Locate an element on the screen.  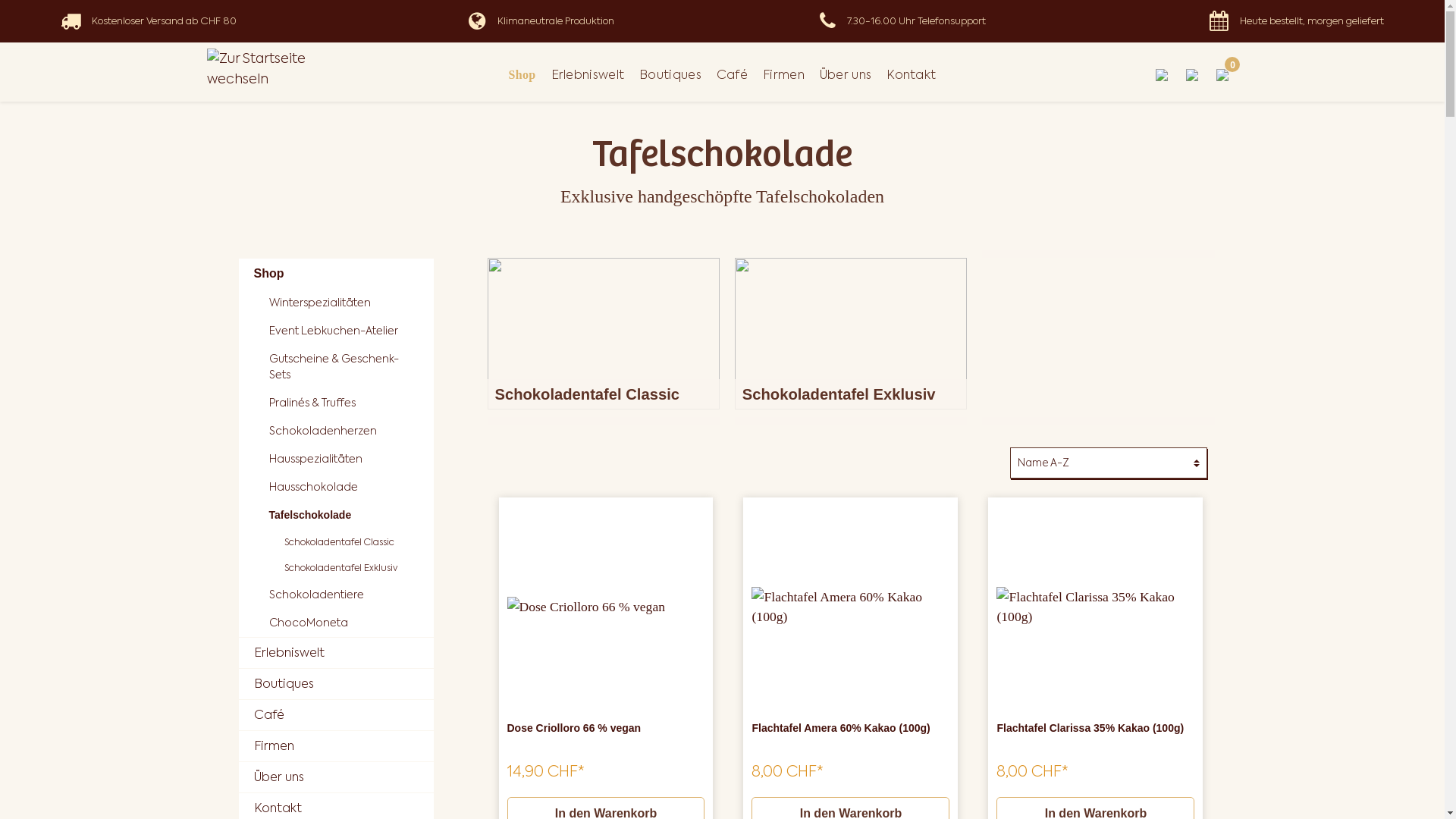
'Event Lebkuchen-Atelier' is located at coordinates (342, 330).